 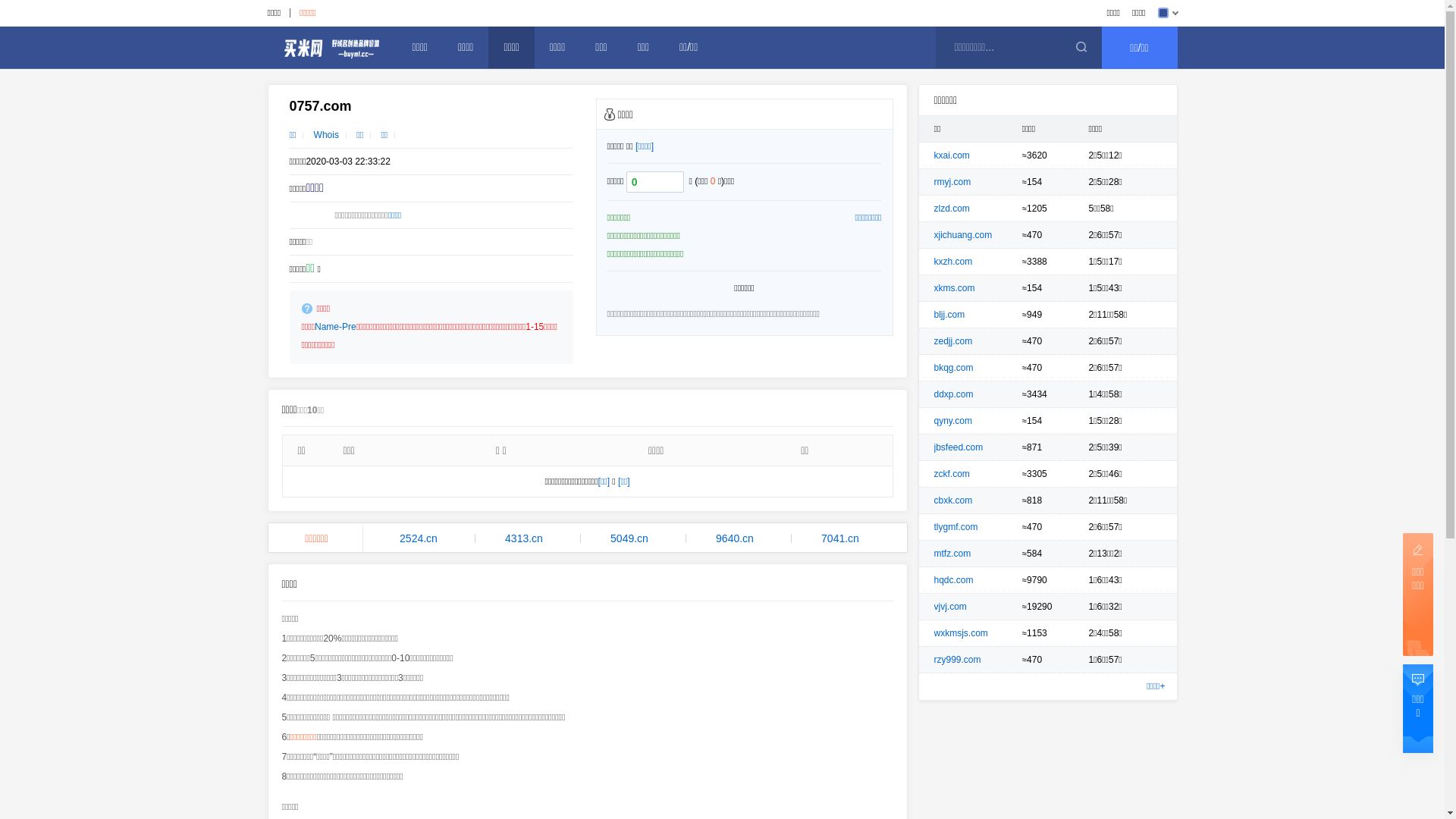 I want to click on '2524.cn', so click(x=418, y=537).